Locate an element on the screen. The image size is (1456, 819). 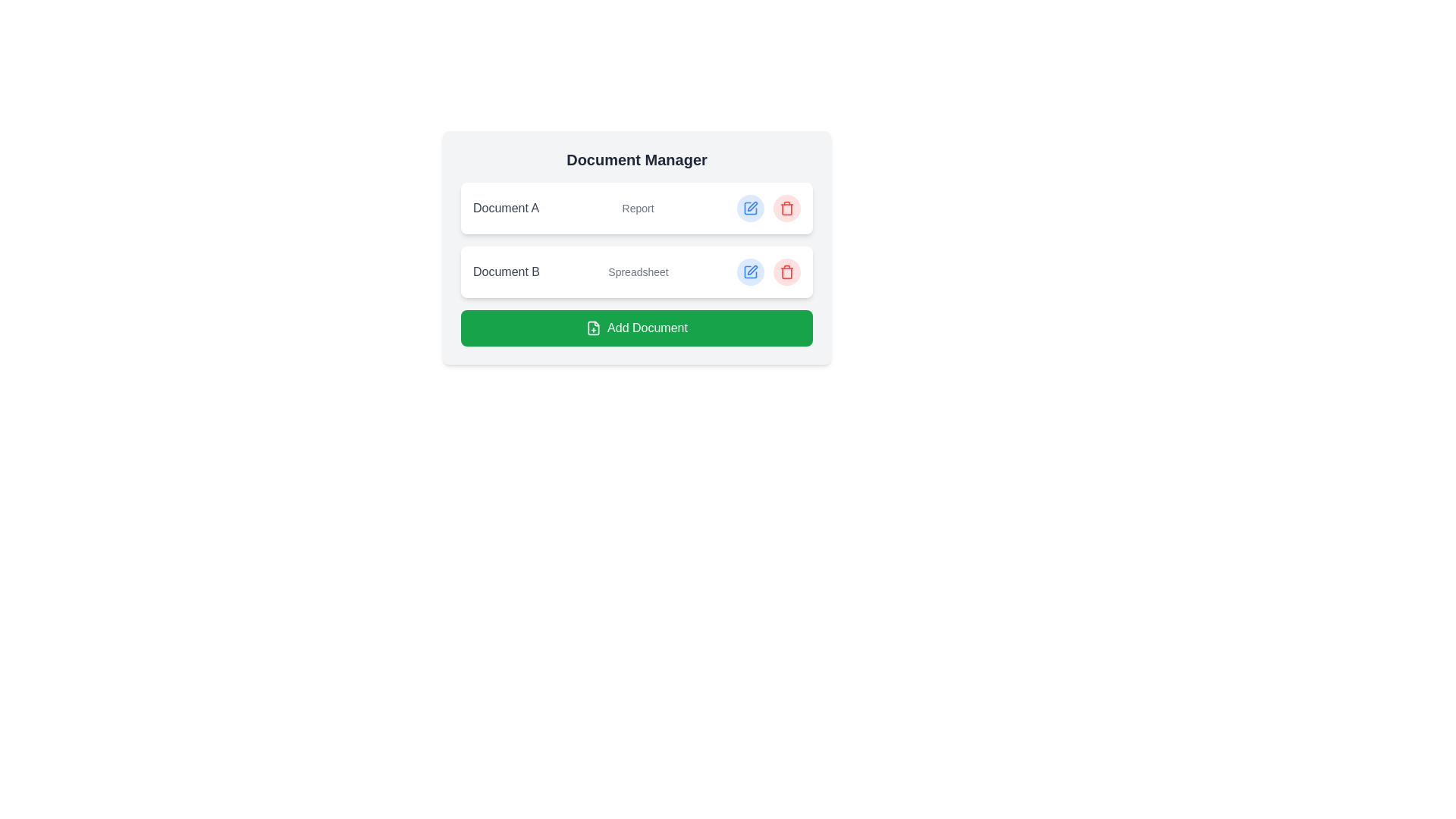
the blue edit button located to the right of the row labeled 'Document A' in the Document Manager panel is located at coordinates (750, 208).